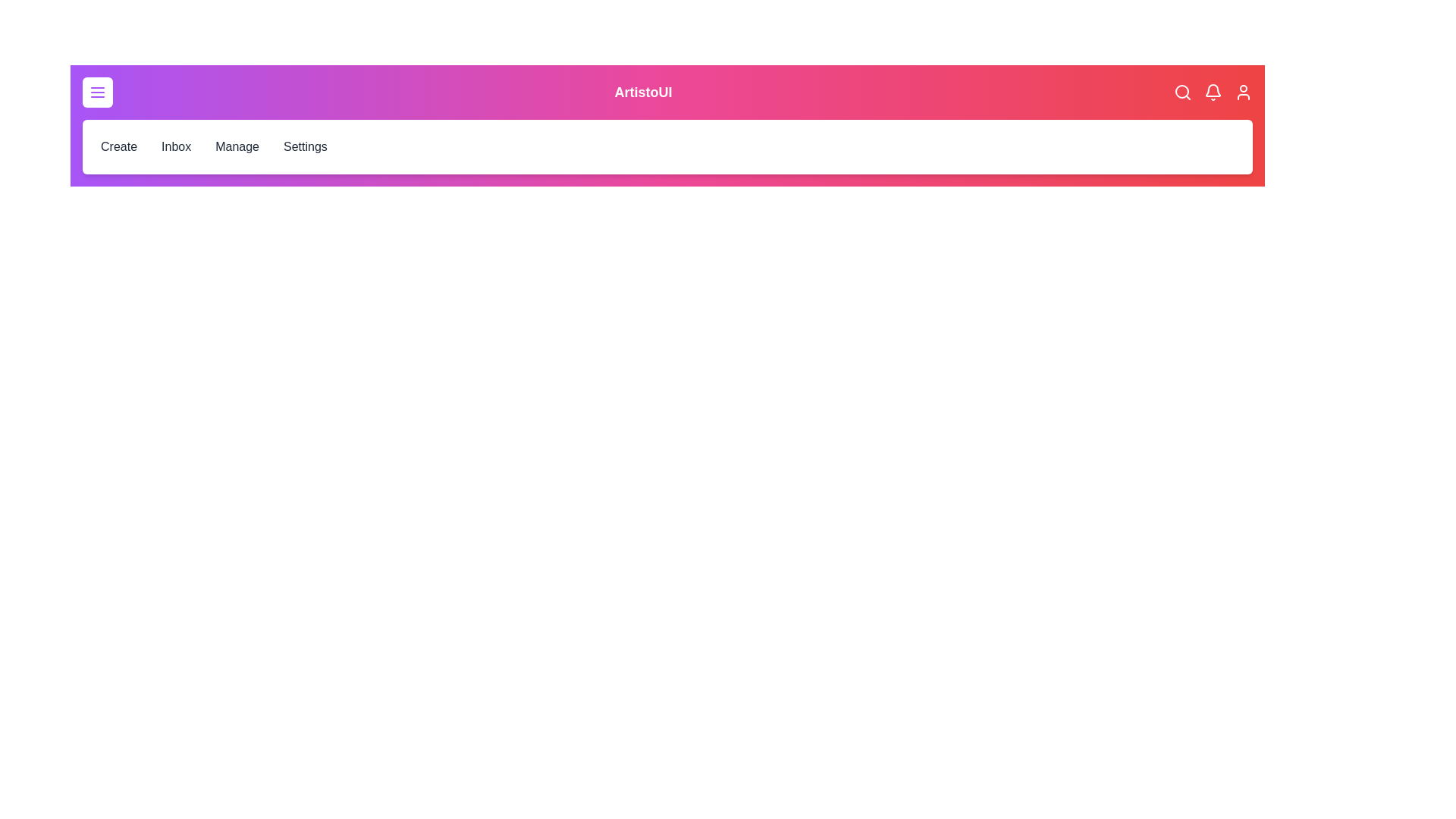  What do you see at coordinates (118, 146) in the screenshot?
I see `the Create menu item` at bounding box center [118, 146].